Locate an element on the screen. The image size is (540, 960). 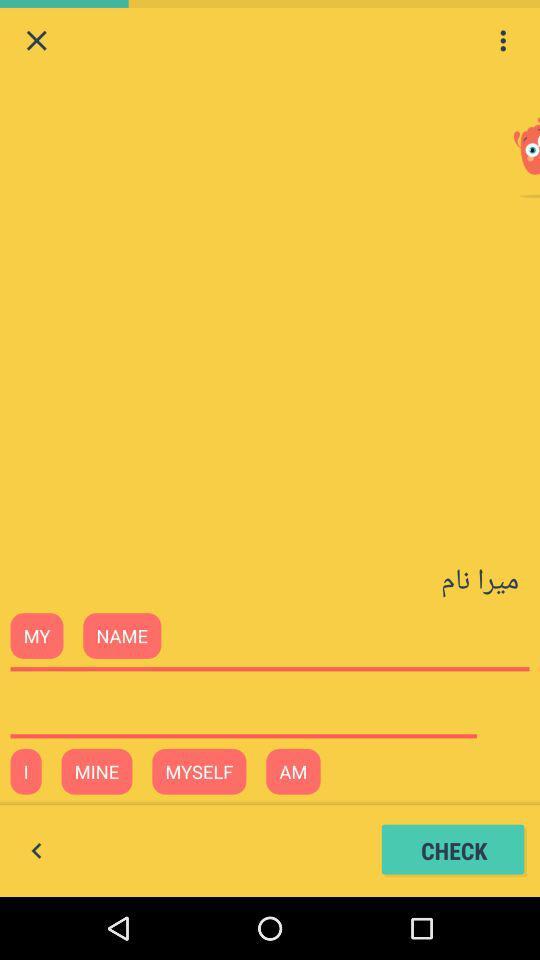
the more icon is located at coordinates (502, 42).